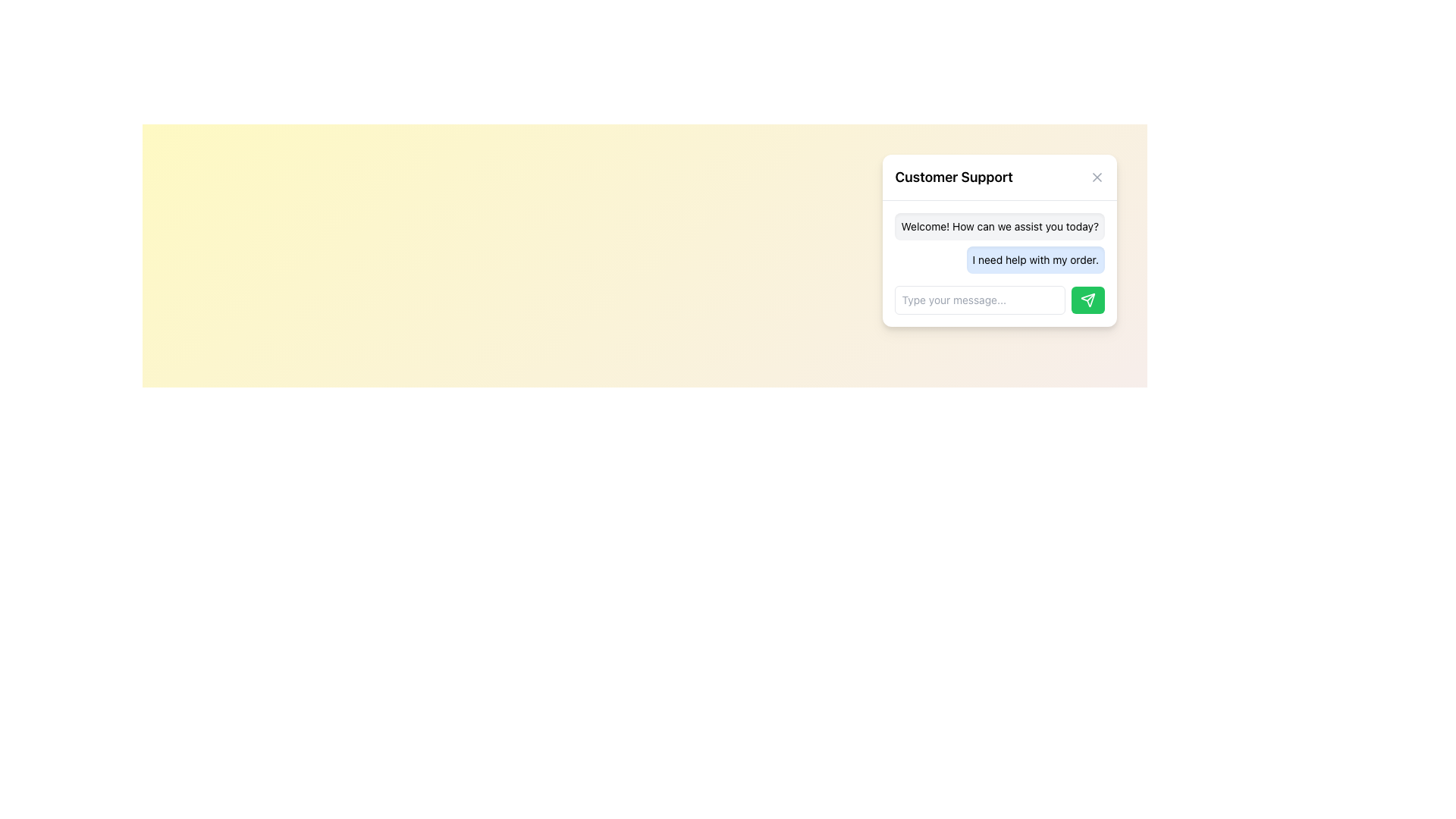 The image size is (1456, 819). I want to click on the 'Customer Support' header bar at the top of the modal dialog box, which is styled in bold and large font, so click(999, 177).